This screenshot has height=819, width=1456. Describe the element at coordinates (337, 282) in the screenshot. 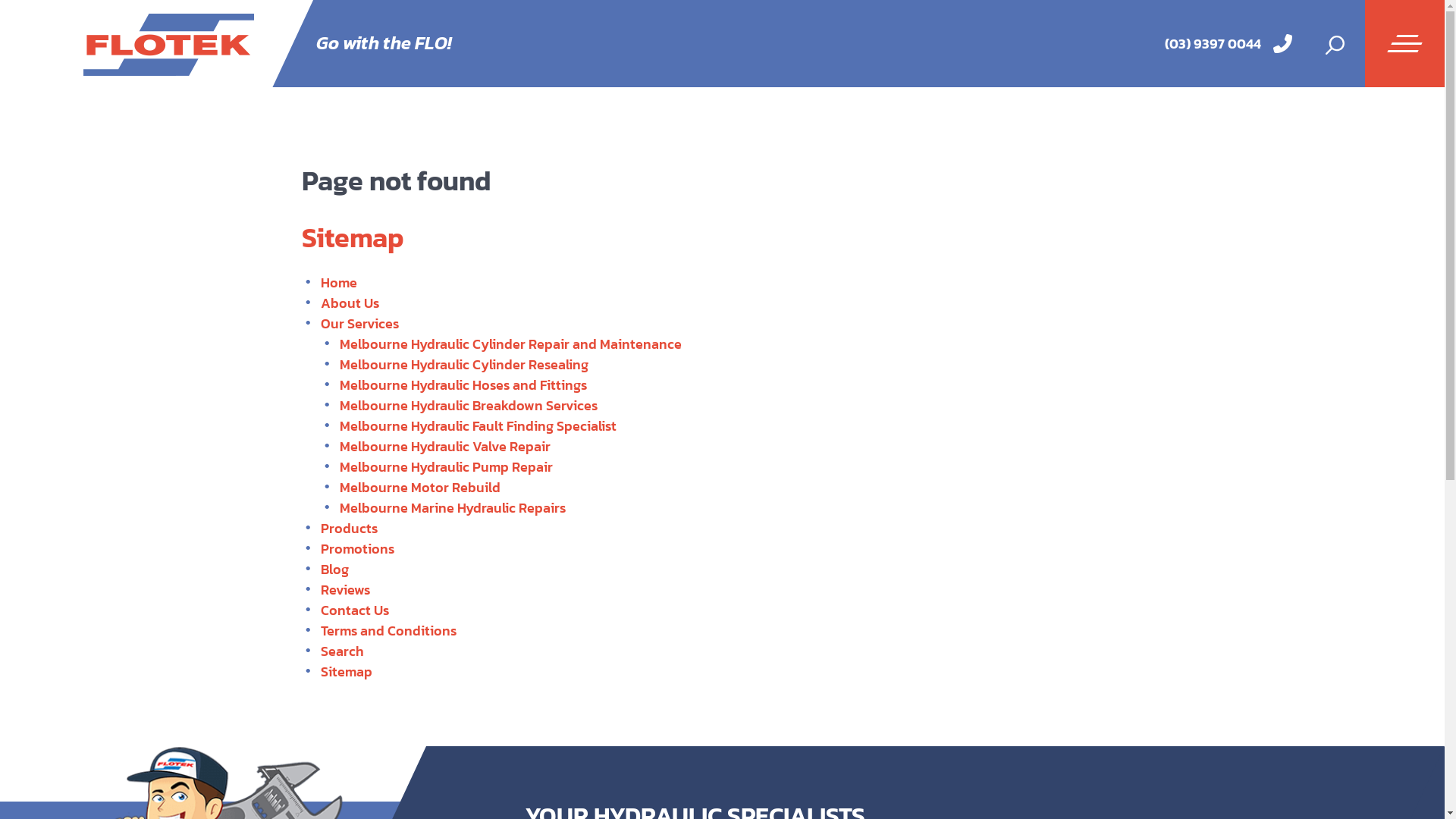

I see `'Home'` at that location.